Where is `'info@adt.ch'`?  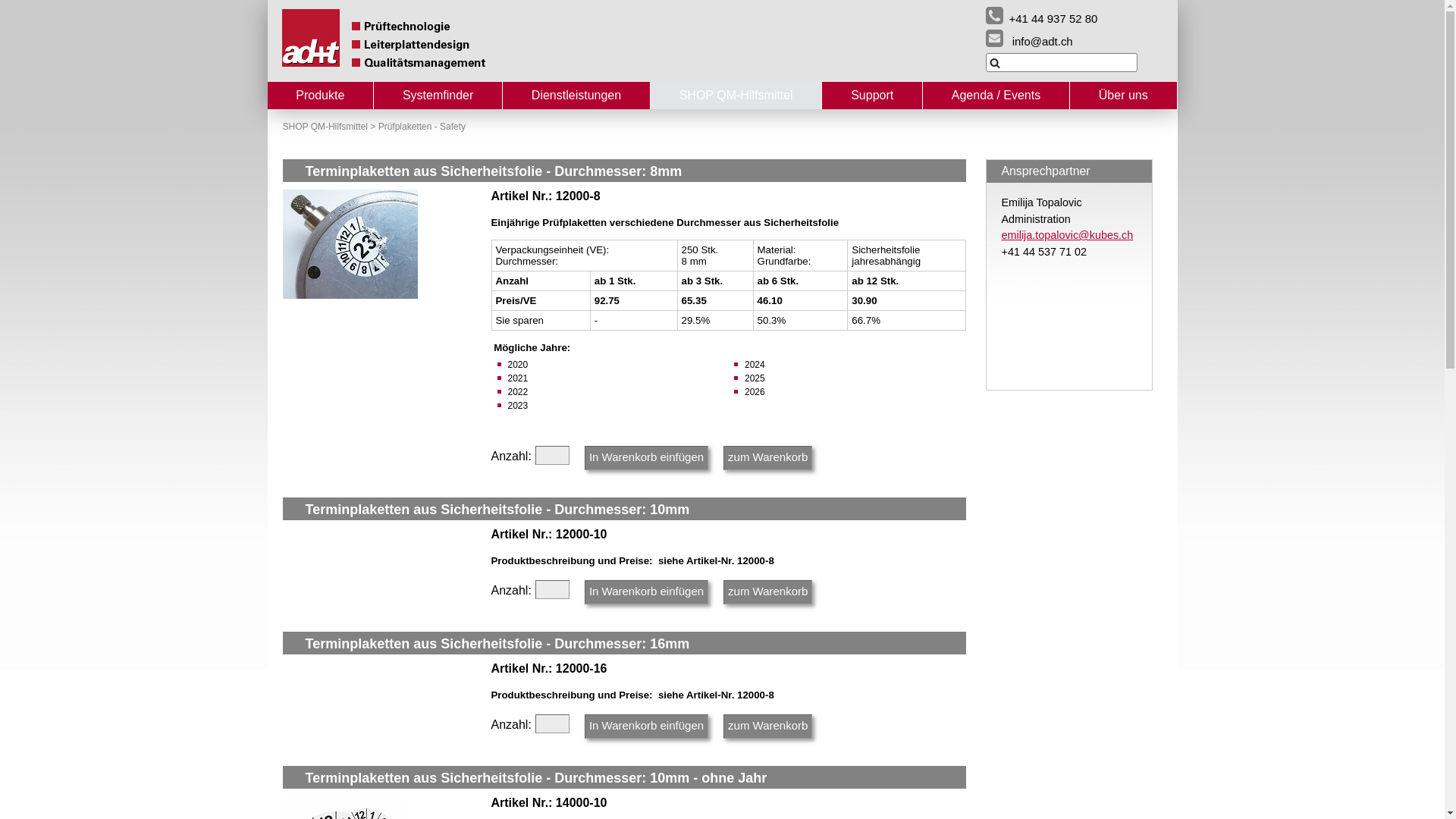 'info@adt.ch' is located at coordinates (986, 37).